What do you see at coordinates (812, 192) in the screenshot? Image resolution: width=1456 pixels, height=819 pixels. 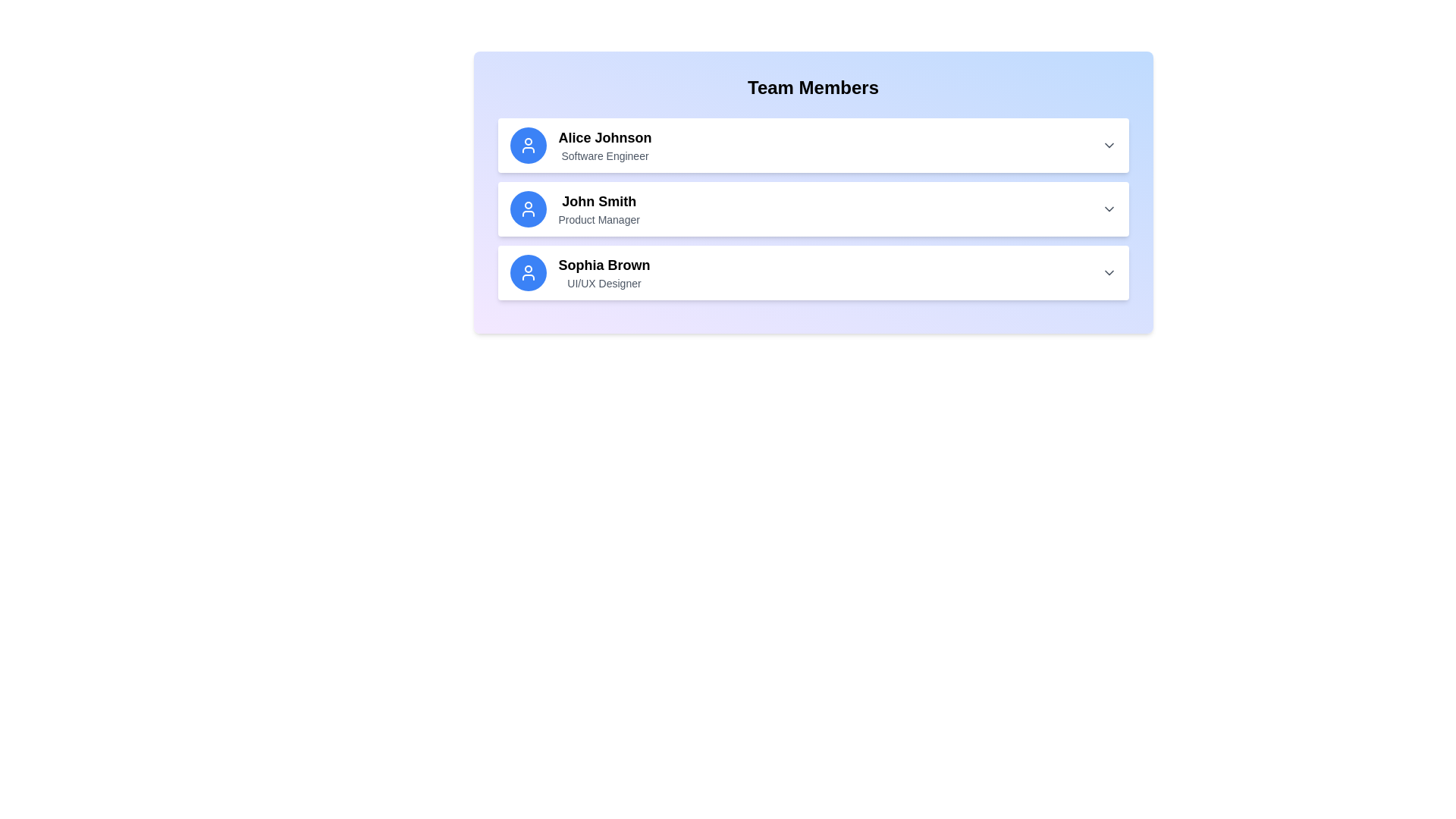 I see `the second list item displaying user information, which presents the name and role of a specific team member` at bounding box center [812, 192].